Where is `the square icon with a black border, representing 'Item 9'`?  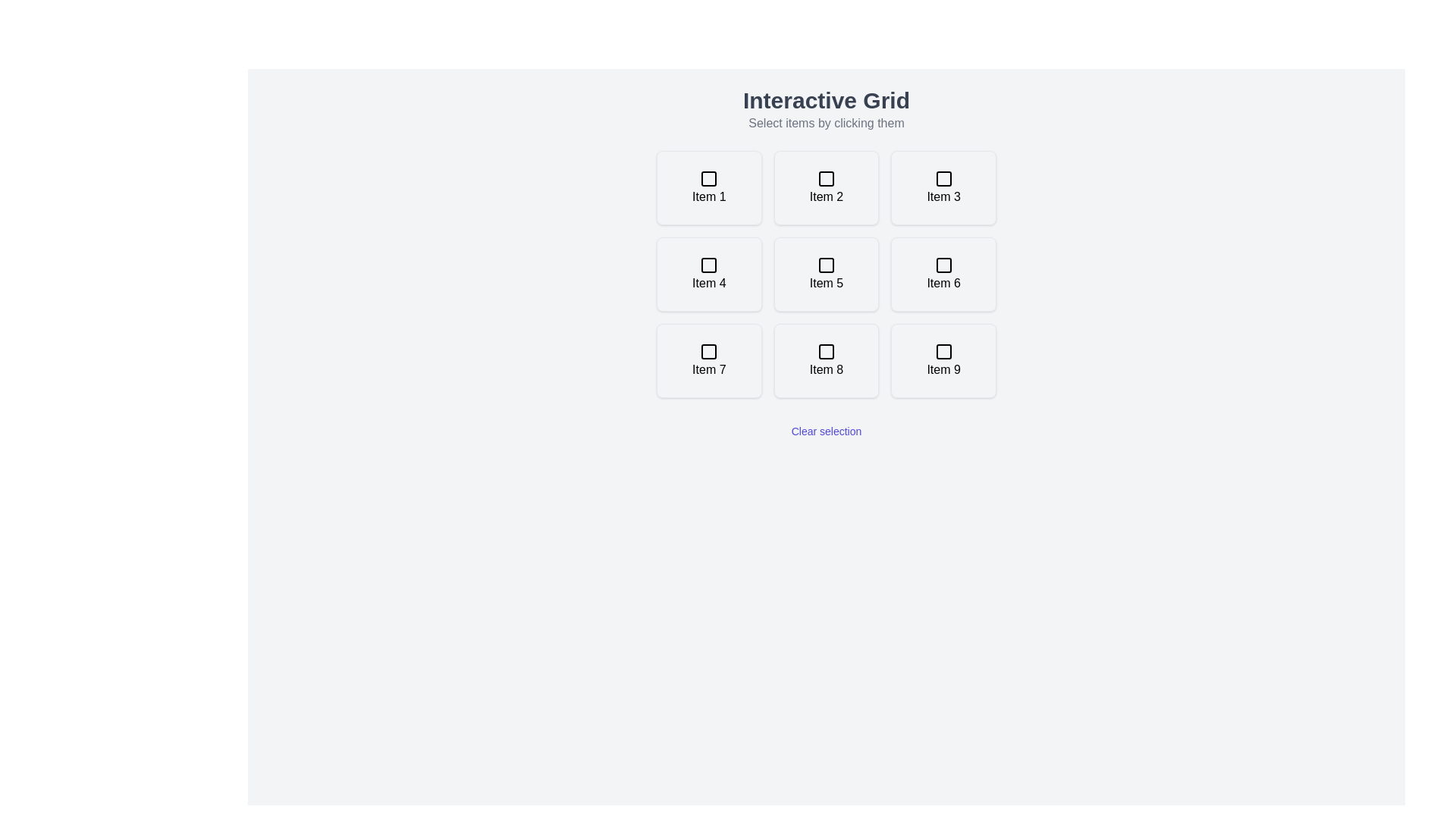
the square icon with a black border, representing 'Item 9' is located at coordinates (943, 351).